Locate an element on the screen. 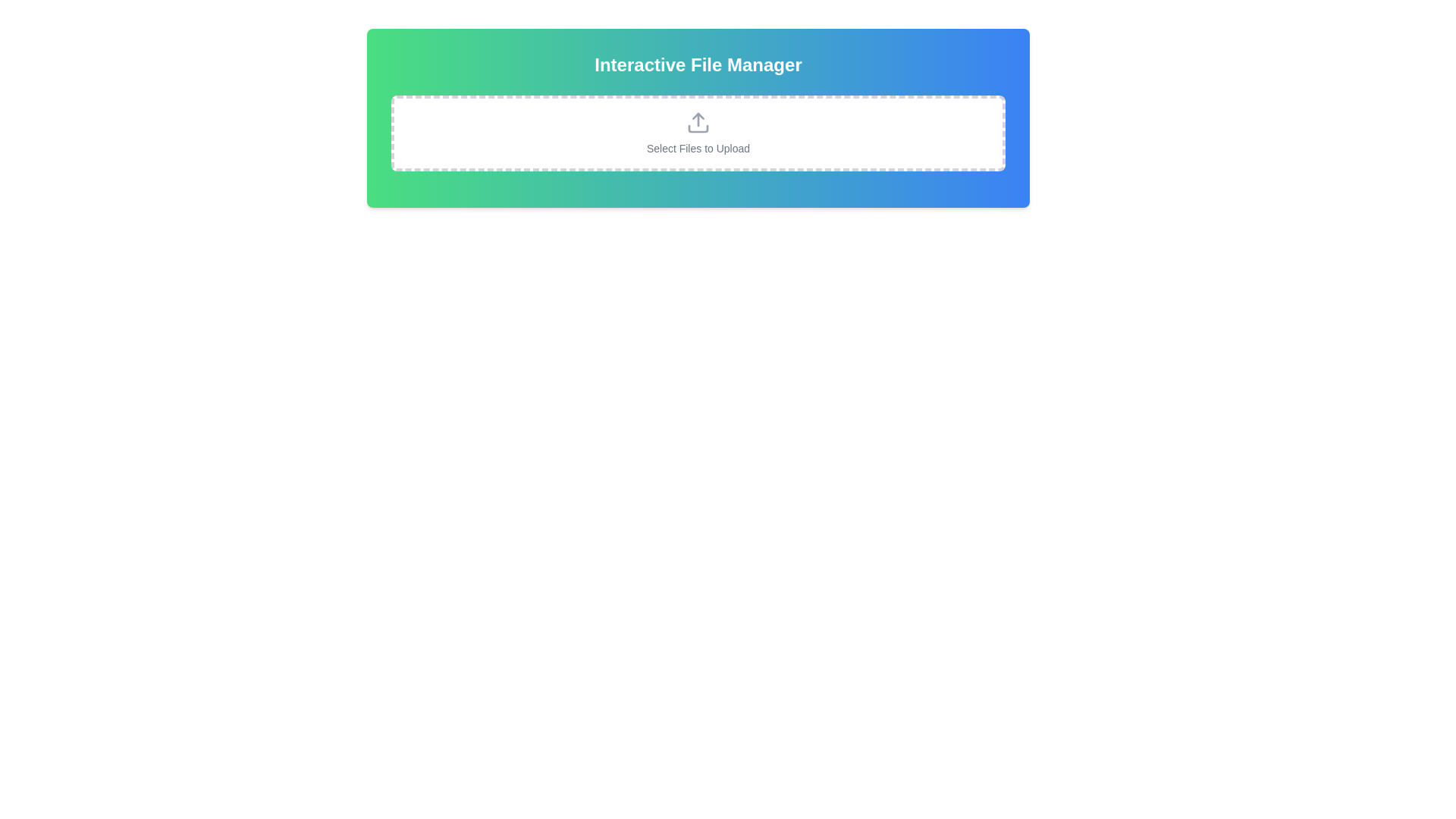  the area around the upload icon, which is an outlined arrow pointing upwards is located at coordinates (698, 122).